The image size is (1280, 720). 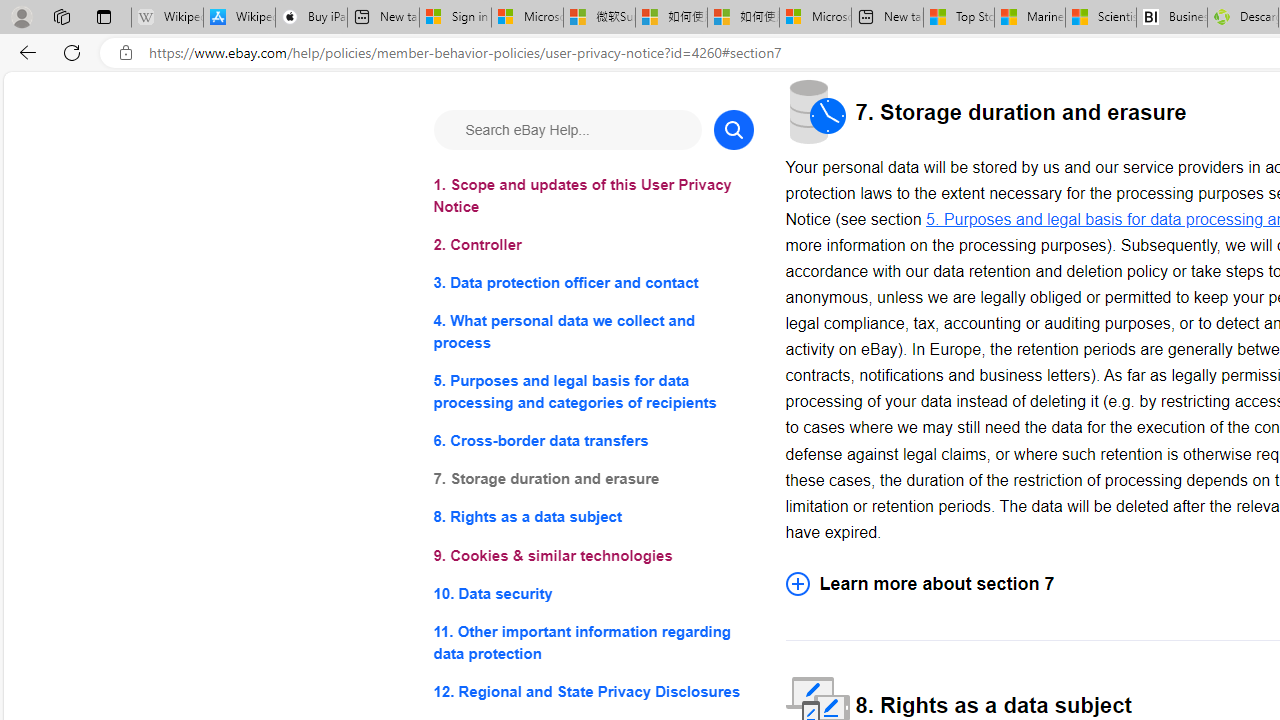 I want to click on '4. What personal data we collect and process', so click(x=592, y=331).